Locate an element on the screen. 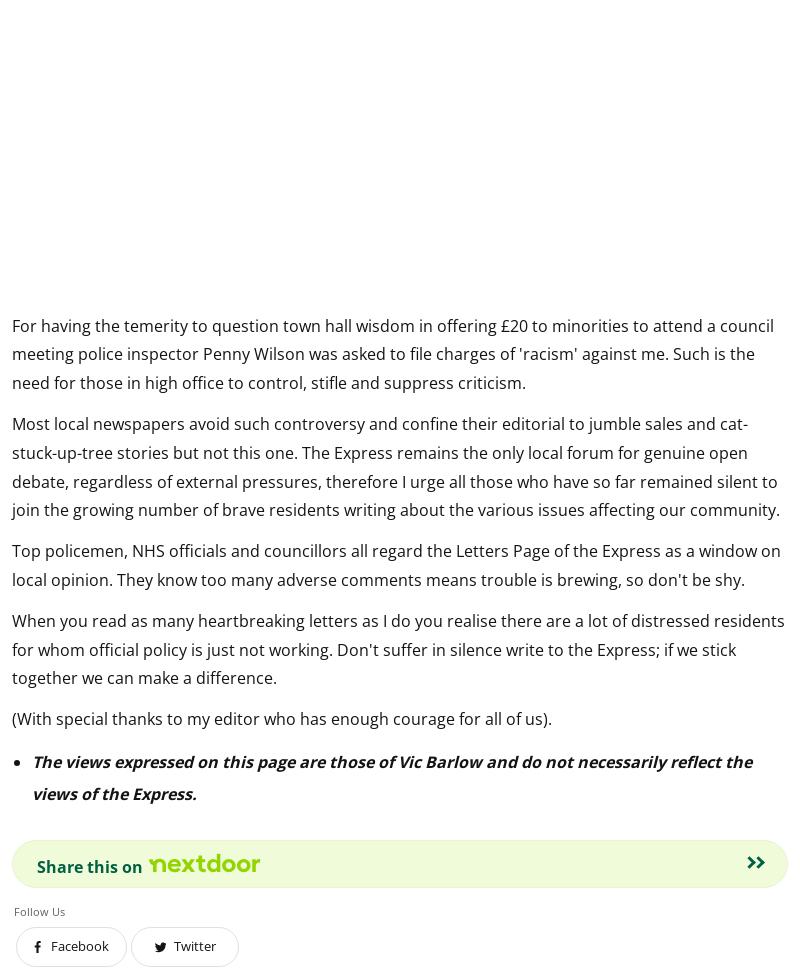  '(With special thanks to my editor who has enough courage for all of us).' is located at coordinates (282, 718).